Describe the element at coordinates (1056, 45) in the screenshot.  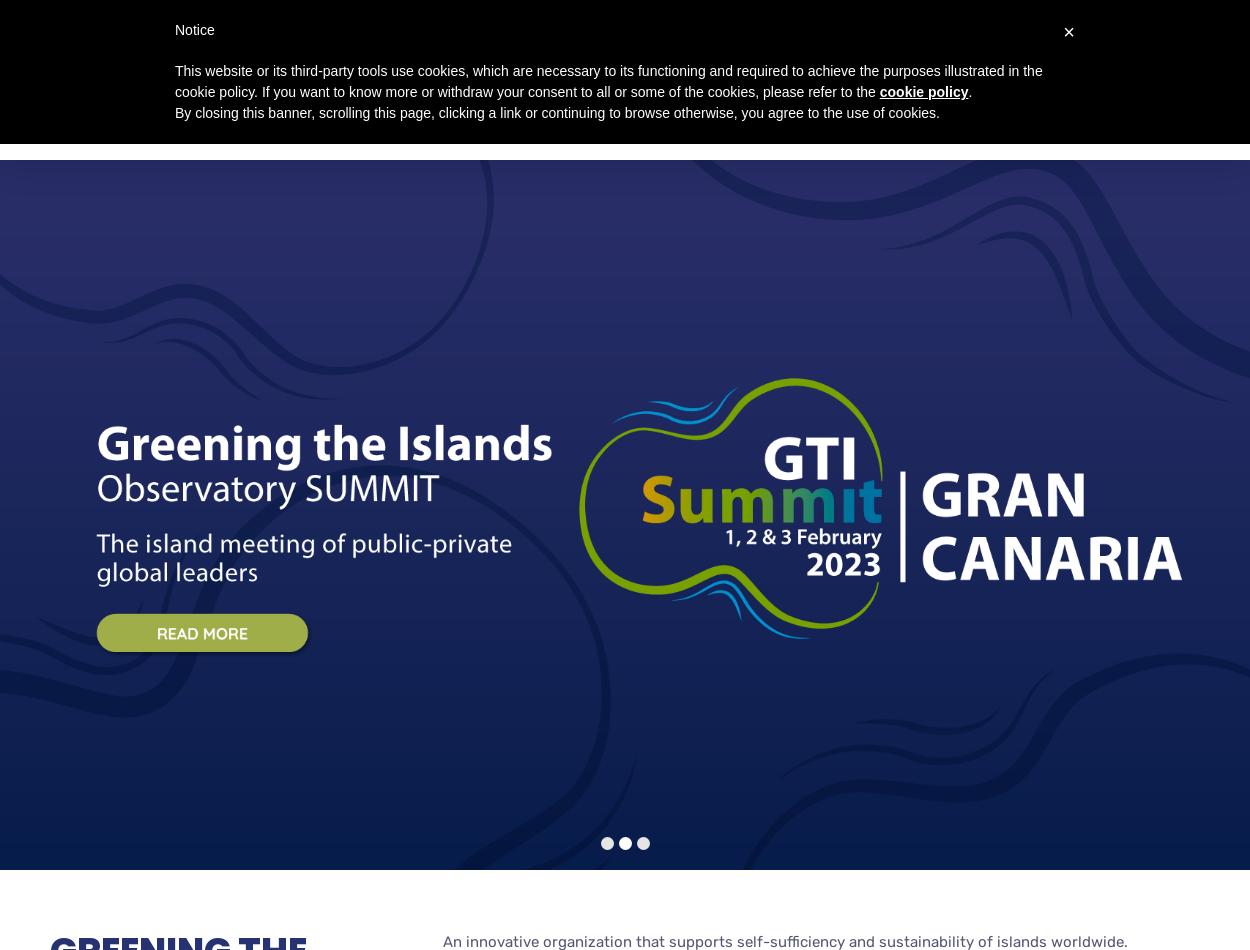
I see `'Search for:'` at that location.